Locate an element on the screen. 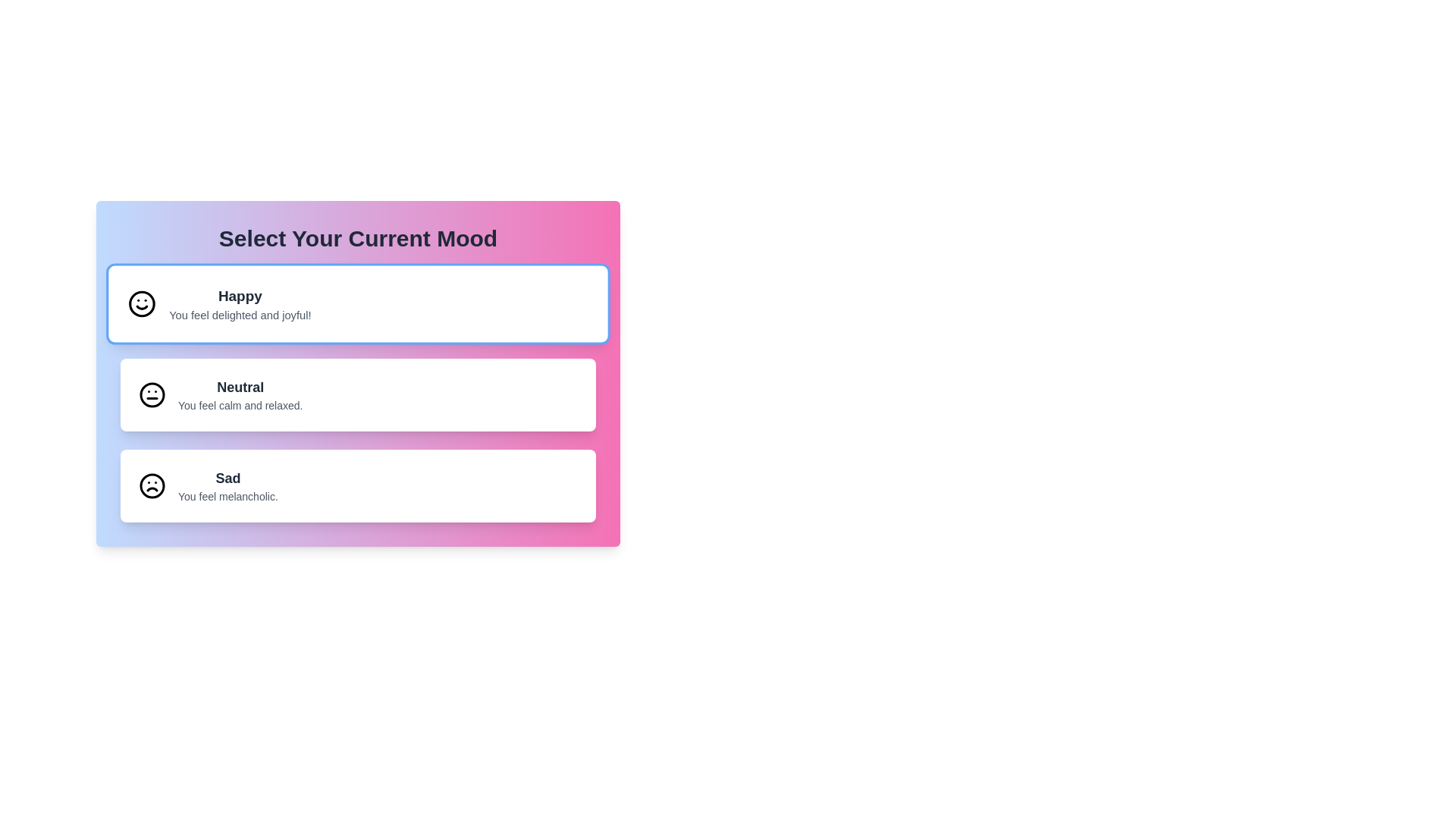 This screenshot has height=819, width=1456. the 'Happy' text label, which is prominently displayed in bold black font at the top of the mood section, just above the accompanying text about feeling delighted is located at coordinates (239, 296).